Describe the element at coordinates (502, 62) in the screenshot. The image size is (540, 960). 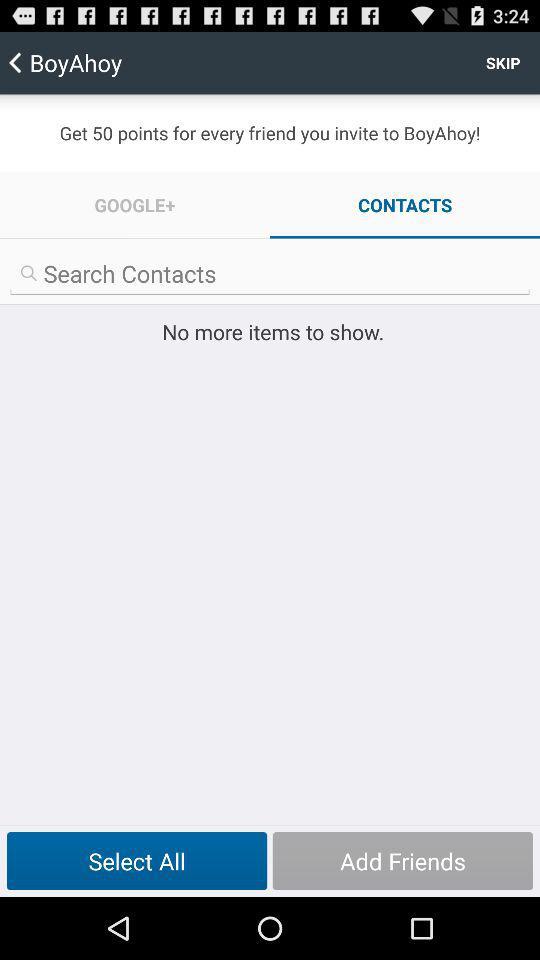
I see `item above the get 50 points item` at that location.